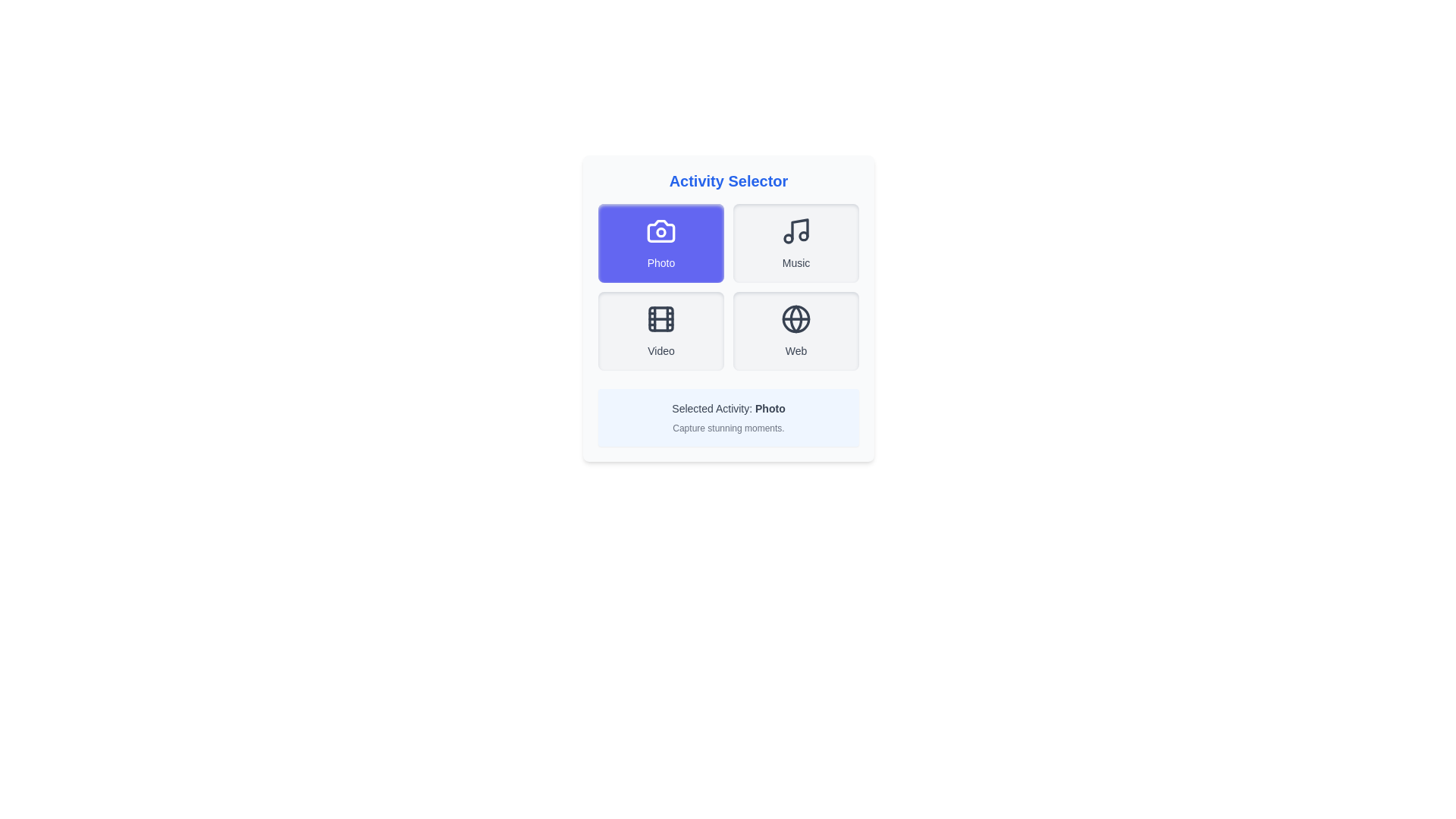 This screenshot has height=819, width=1456. I want to click on the 'Music' activity option icon, which is part of the 'Music' button group and located above the text 'Music' in the top-right quadrant of the interface, so click(795, 231).